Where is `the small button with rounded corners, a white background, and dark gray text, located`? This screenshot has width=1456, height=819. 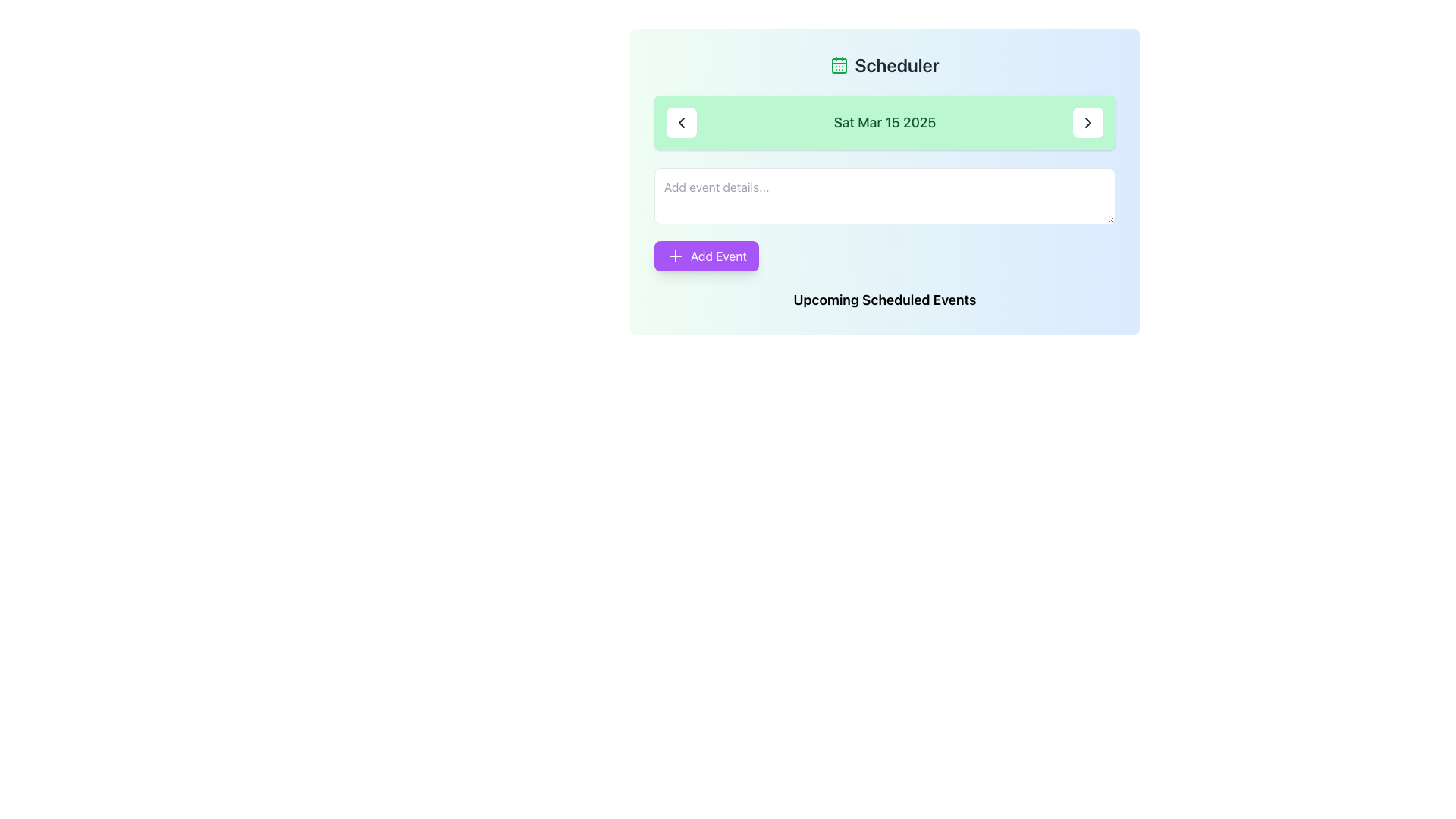 the small button with rounded corners, a white background, and dark gray text, located is located at coordinates (680, 122).